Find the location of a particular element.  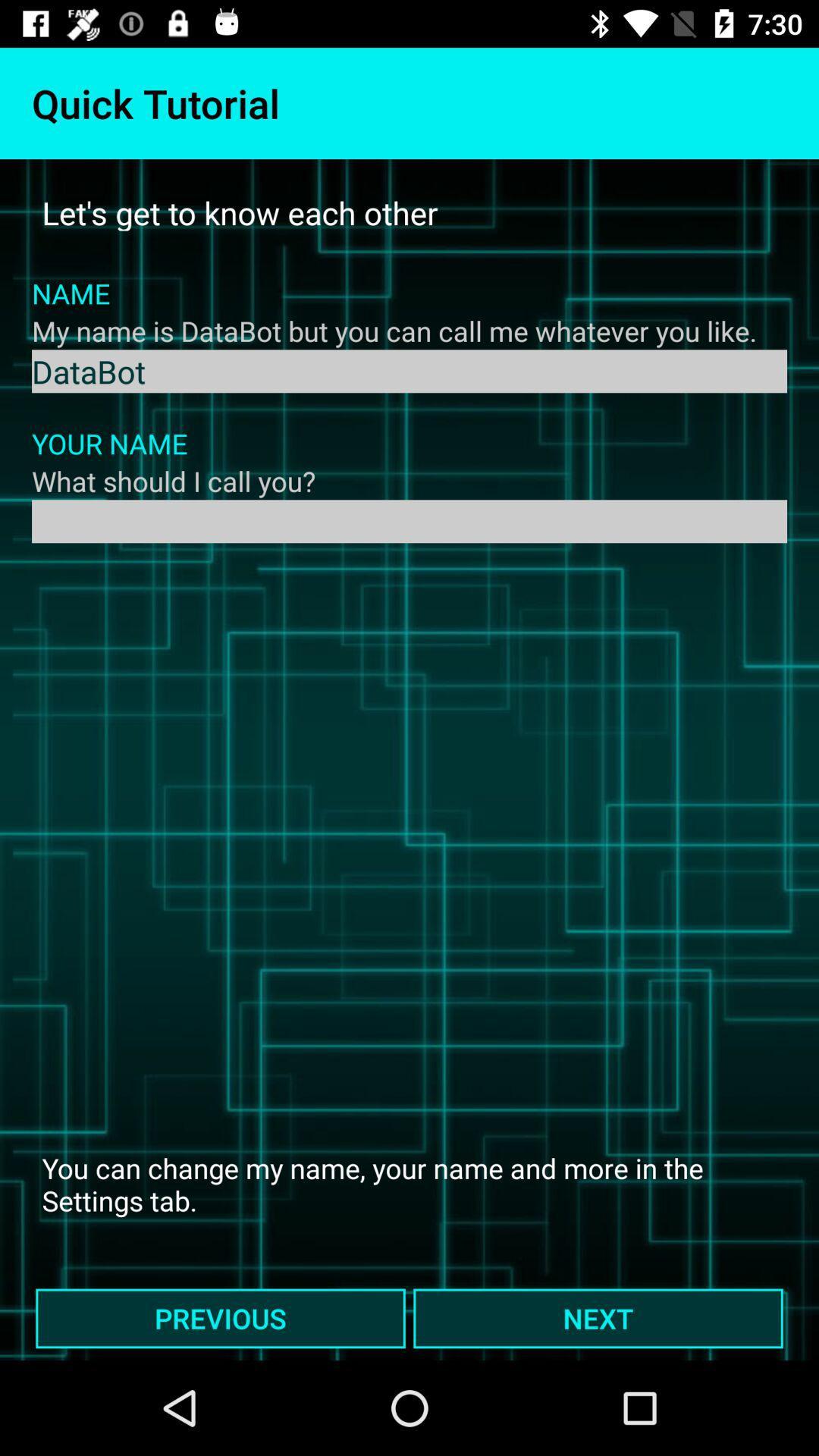

and type of name is located at coordinates (409, 521).